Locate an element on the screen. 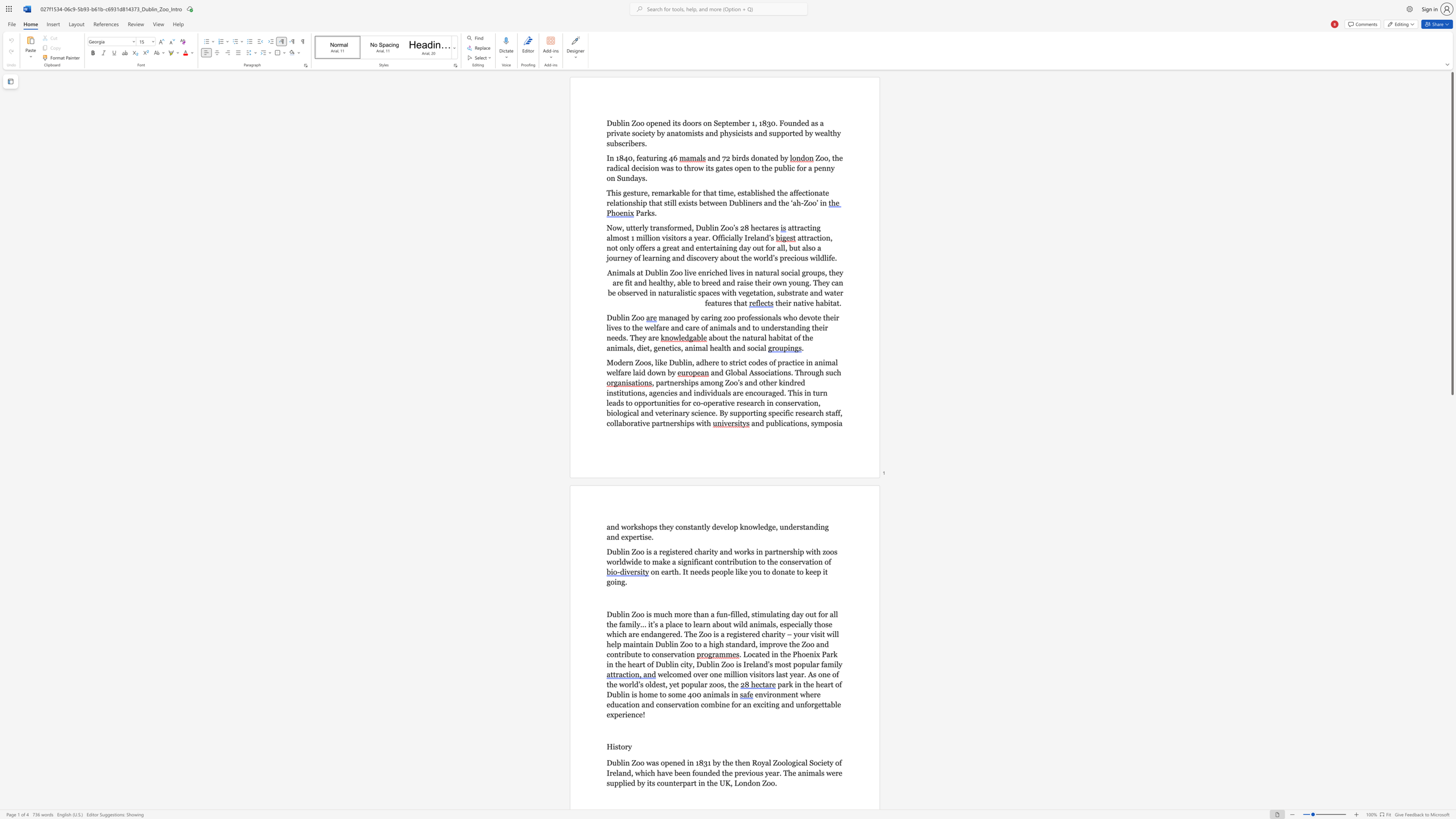 The width and height of the screenshot is (1456, 819). the 2th character "r" in the text is located at coordinates (653, 193).